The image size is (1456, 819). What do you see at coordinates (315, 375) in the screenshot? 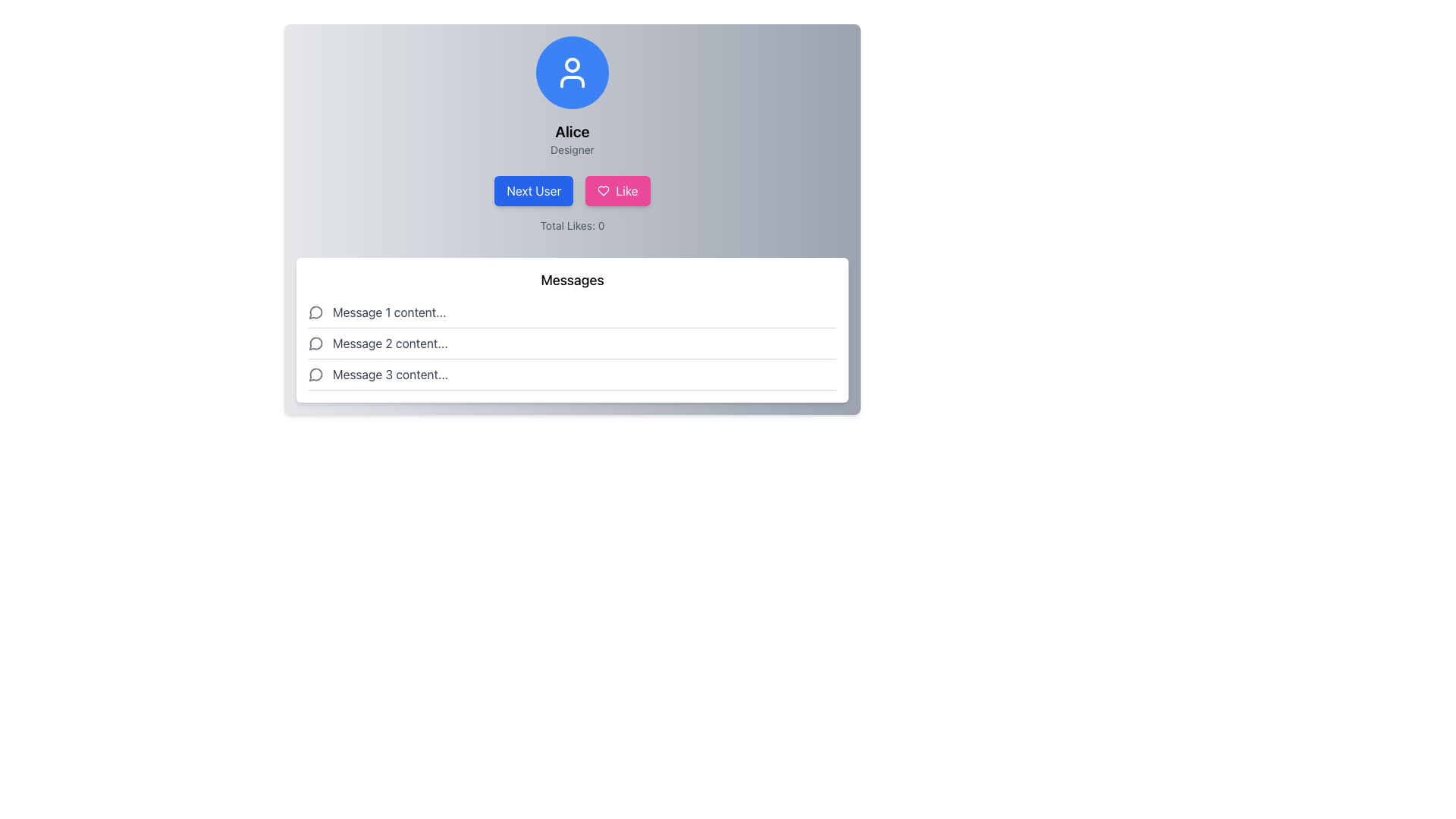
I see `the message indicator icon located in the bottom-most row of the 'Messages' list, adjacent to 'Message 3 content...'` at bounding box center [315, 375].